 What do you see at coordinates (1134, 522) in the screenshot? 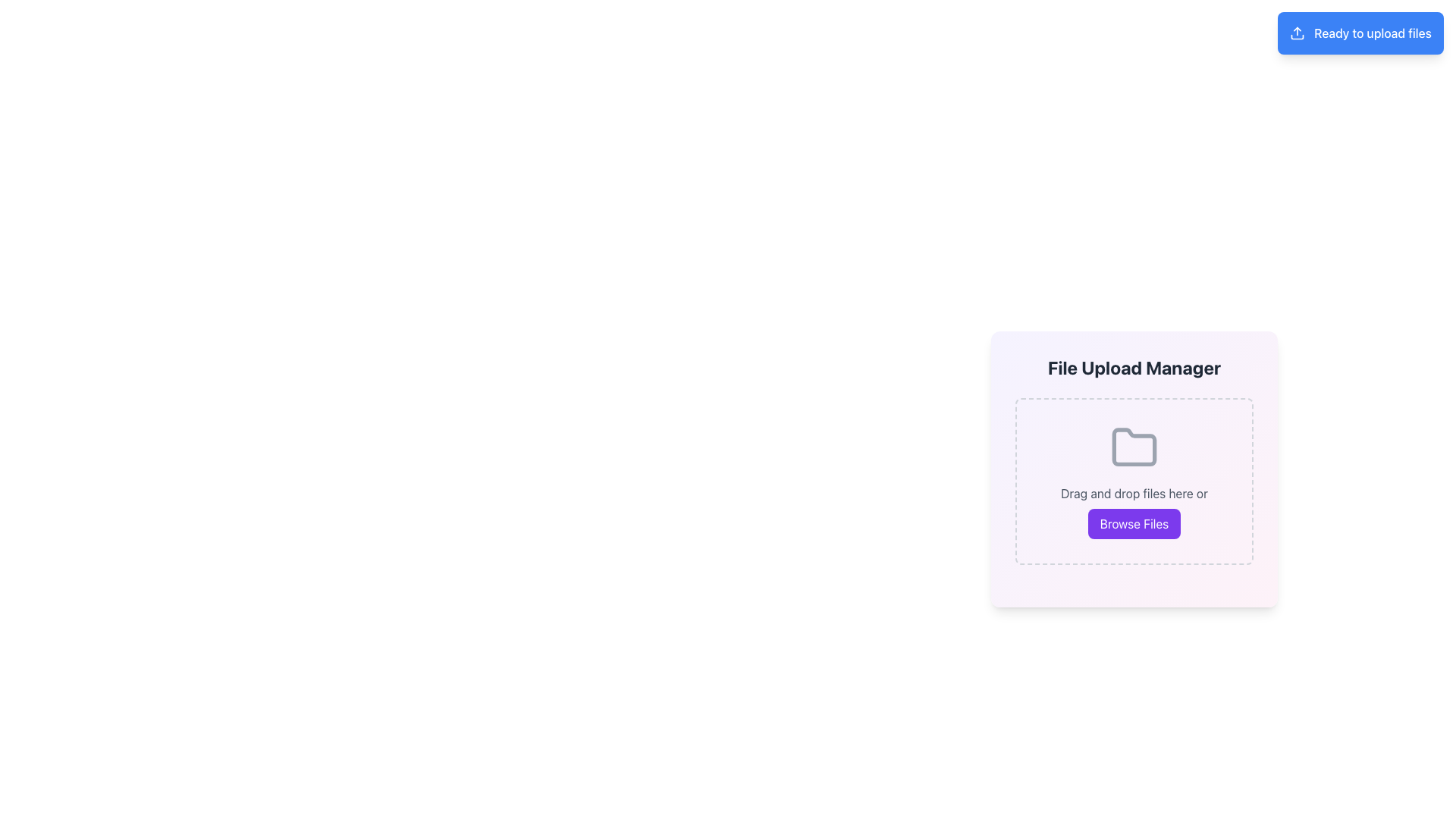
I see `the 'Browse Files' button, which is a rectangular button with white text on a purple background, located in the 'File Upload Manager' section` at bounding box center [1134, 522].